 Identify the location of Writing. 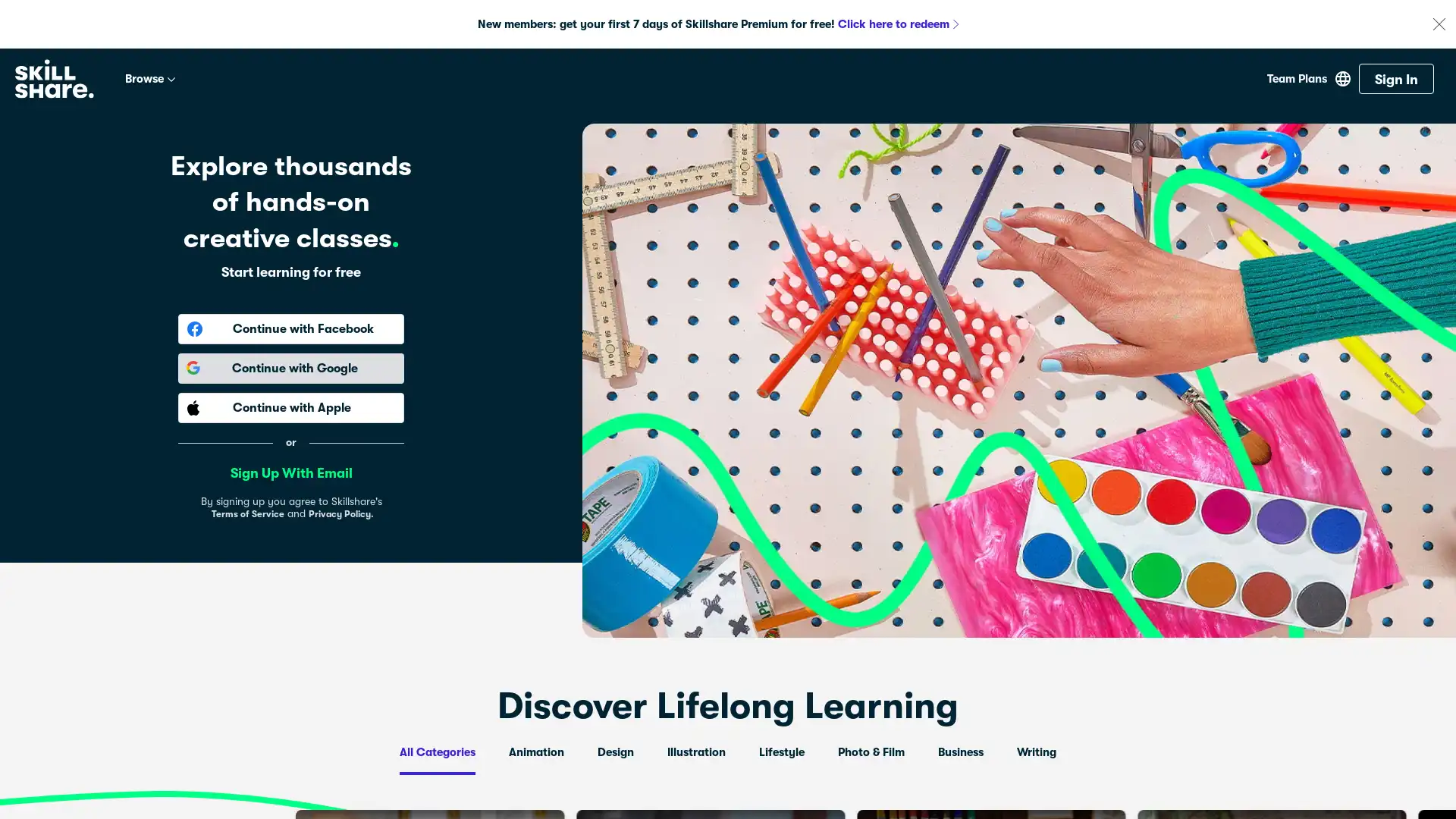
(1036, 757).